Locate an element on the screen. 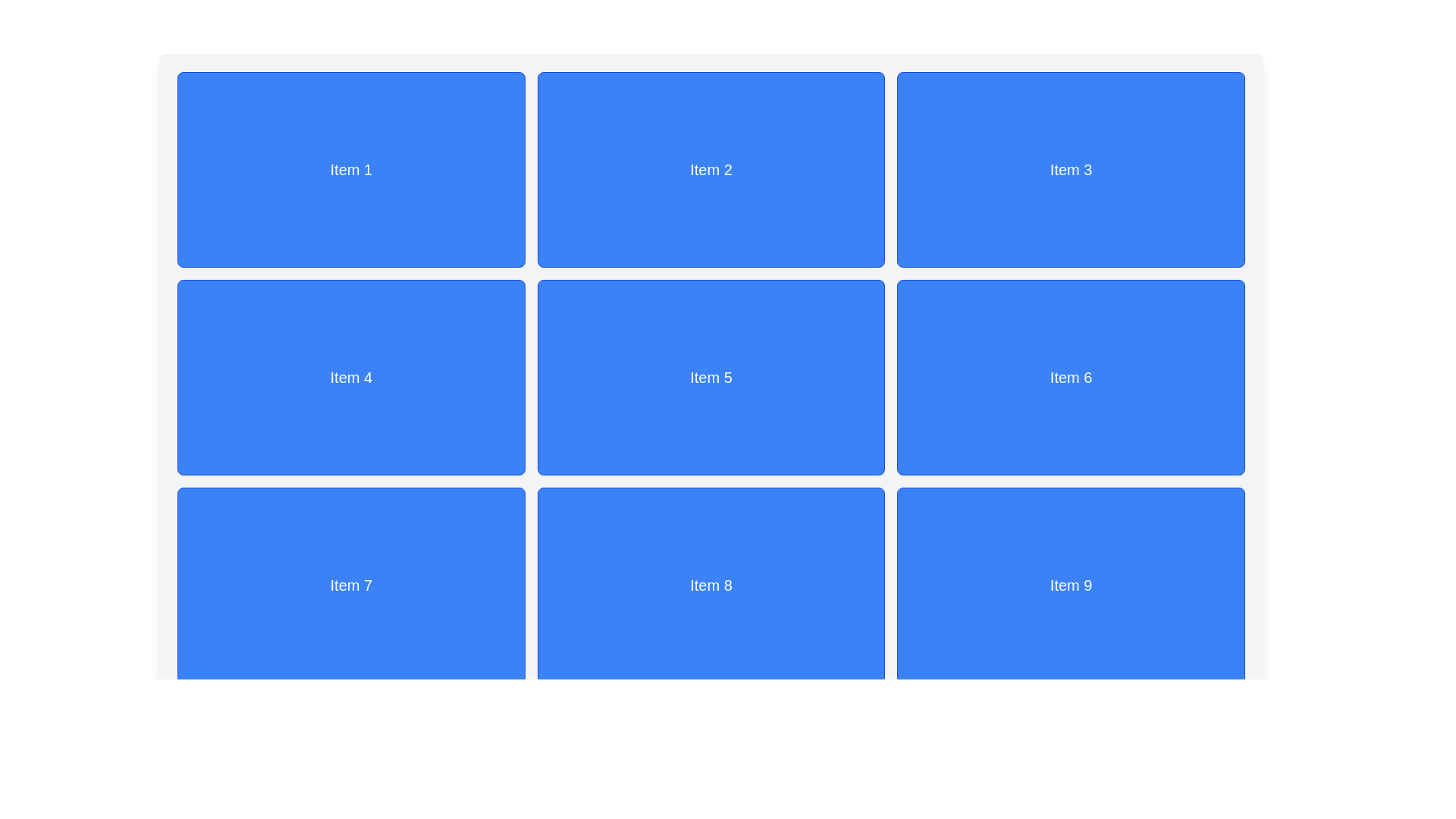 This screenshot has width=1456, height=819. the blue rectangular box with rounded corners that contains centered white text reading 'Item 8', located in the middle column of the bottom row in a 3x3 grid layout is located at coordinates (710, 584).